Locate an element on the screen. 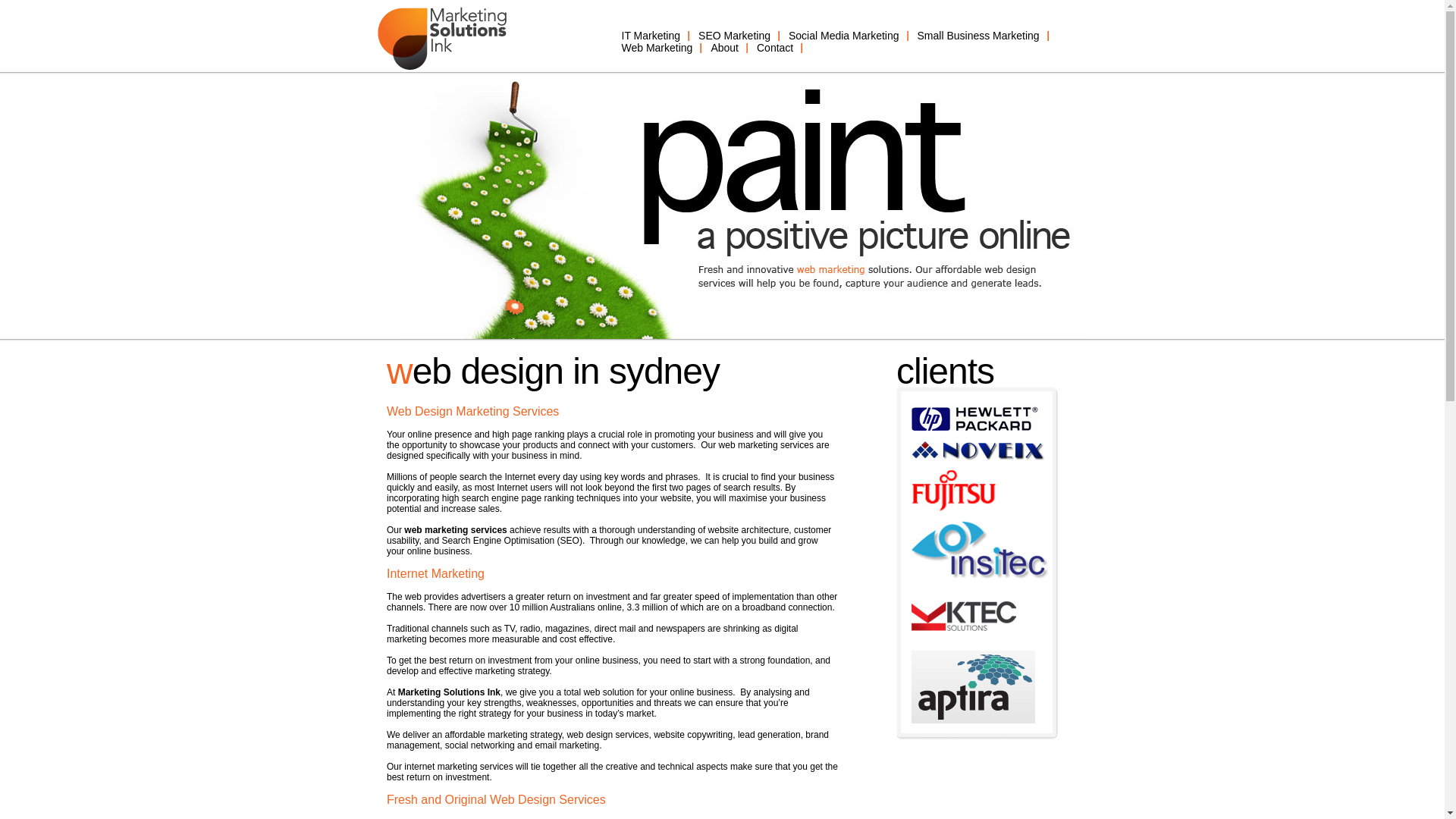 The height and width of the screenshot is (819, 1456). 'Social Media Marketing' is located at coordinates (843, 34).